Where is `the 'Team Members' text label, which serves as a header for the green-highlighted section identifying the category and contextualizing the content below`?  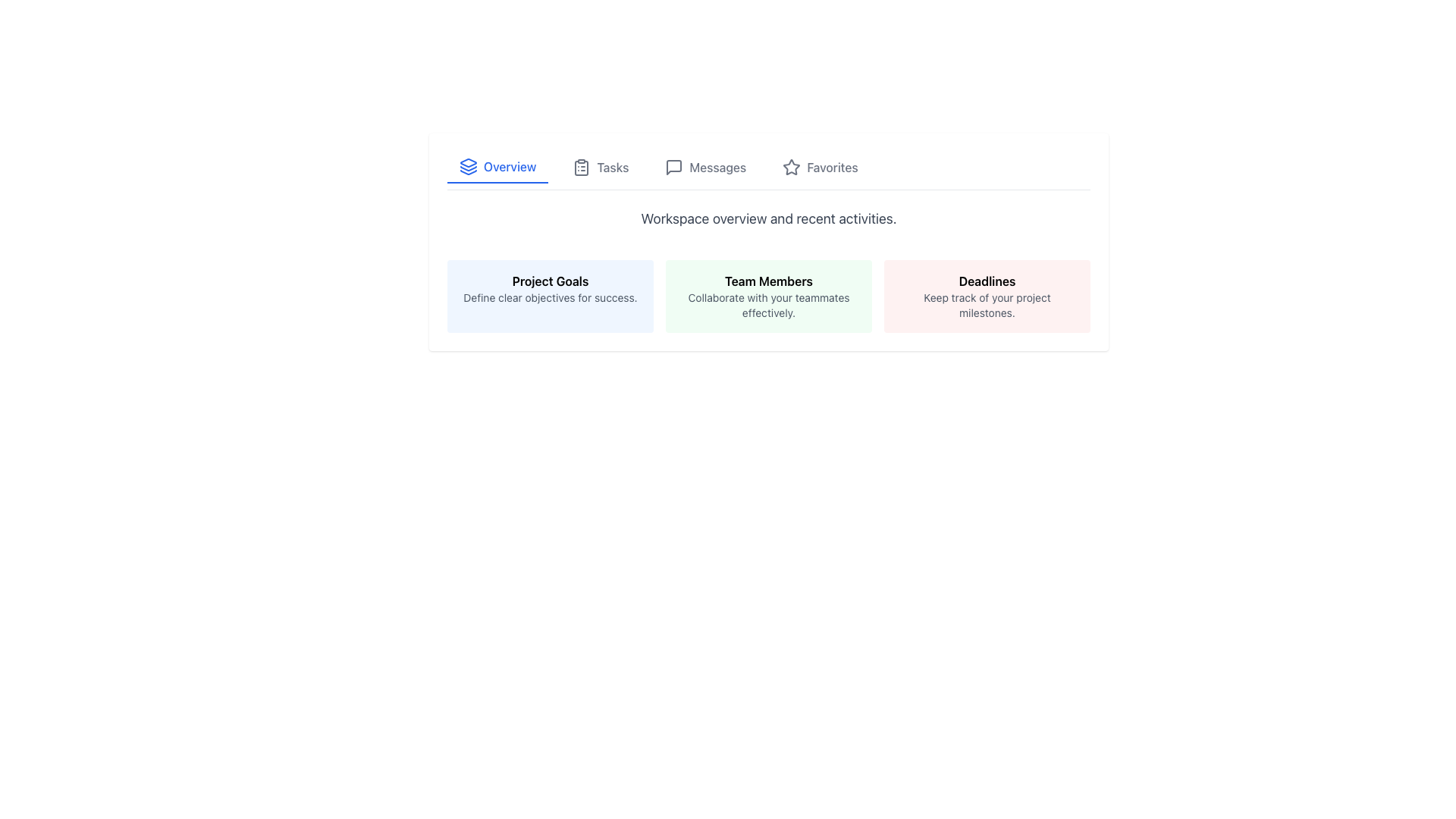
the 'Team Members' text label, which serves as a header for the green-highlighted section identifying the category and contextualizing the content below is located at coordinates (768, 281).